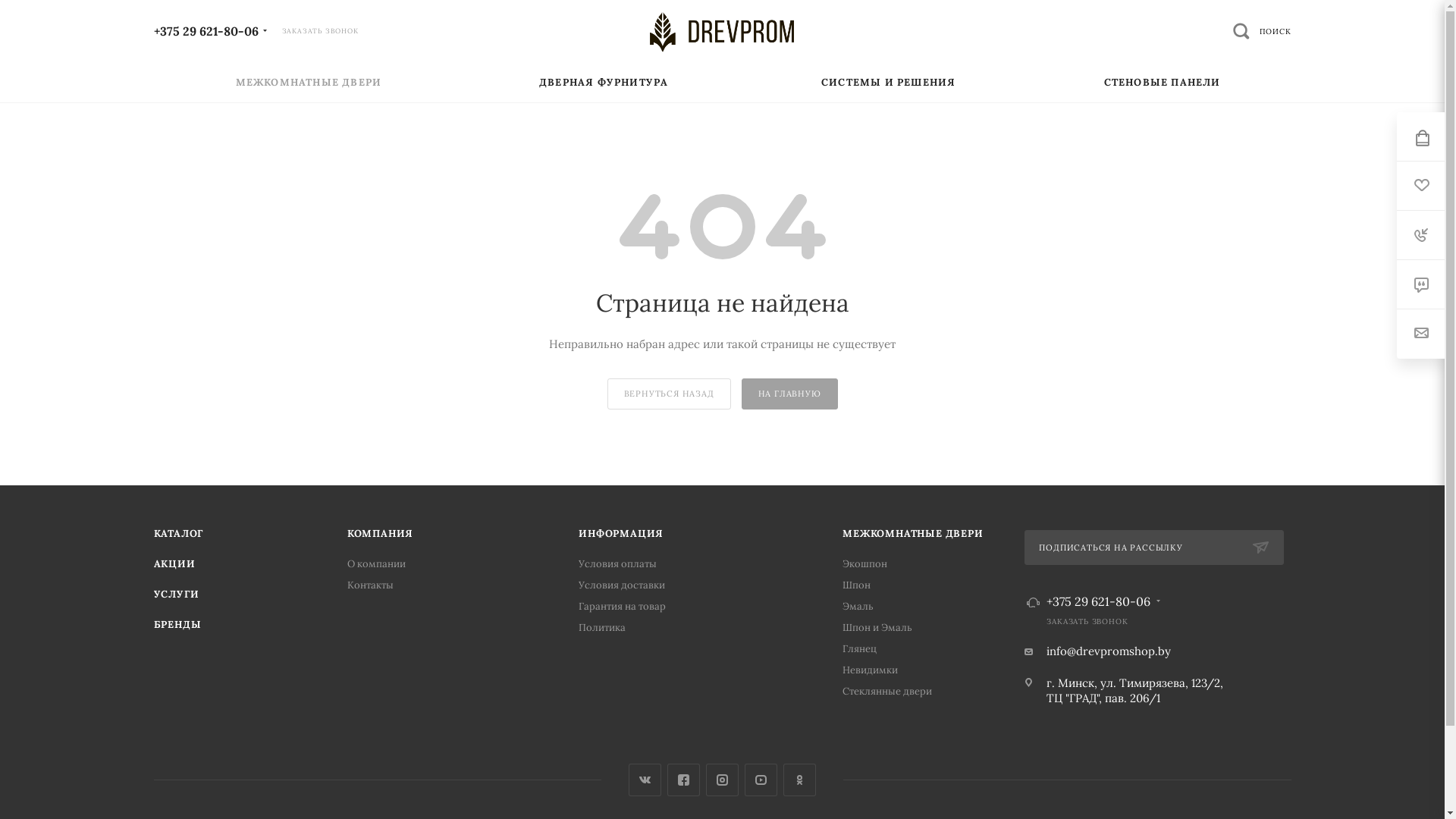 The image size is (1456, 819). I want to click on 'Facebook', so click(667, 780).